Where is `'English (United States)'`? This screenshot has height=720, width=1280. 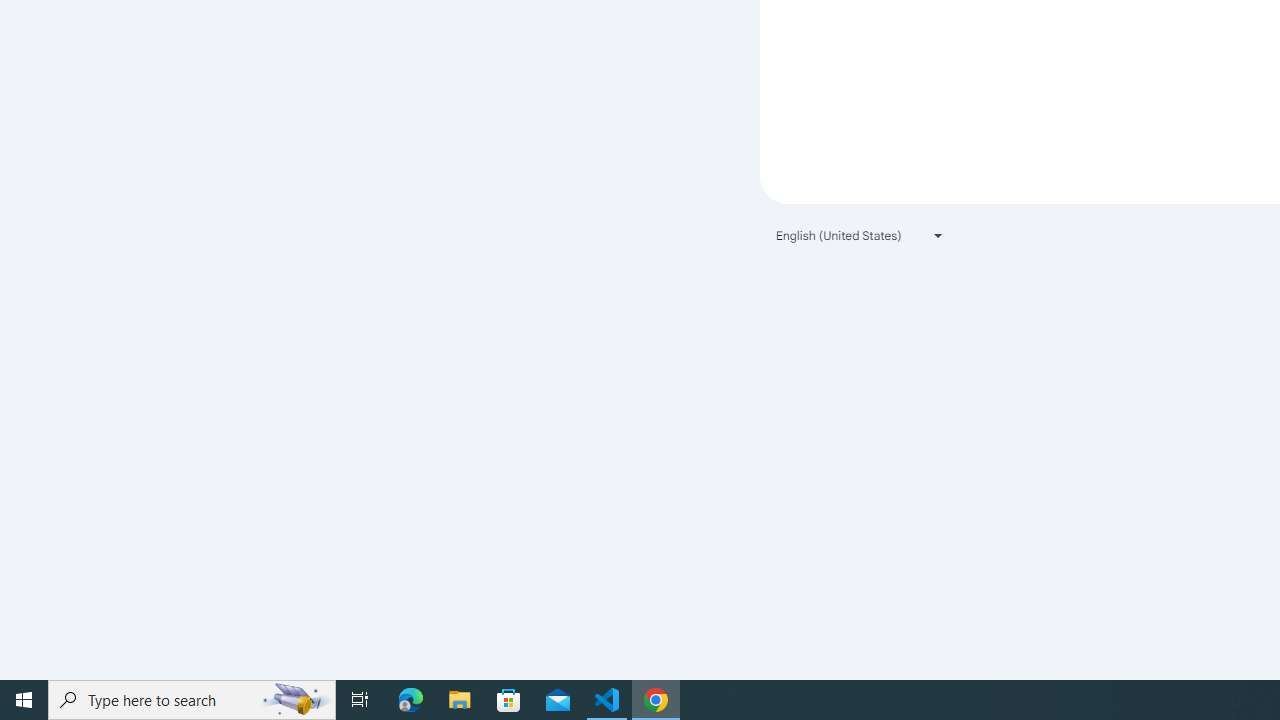
'English (United States)' is located at coordinates (860, 234).